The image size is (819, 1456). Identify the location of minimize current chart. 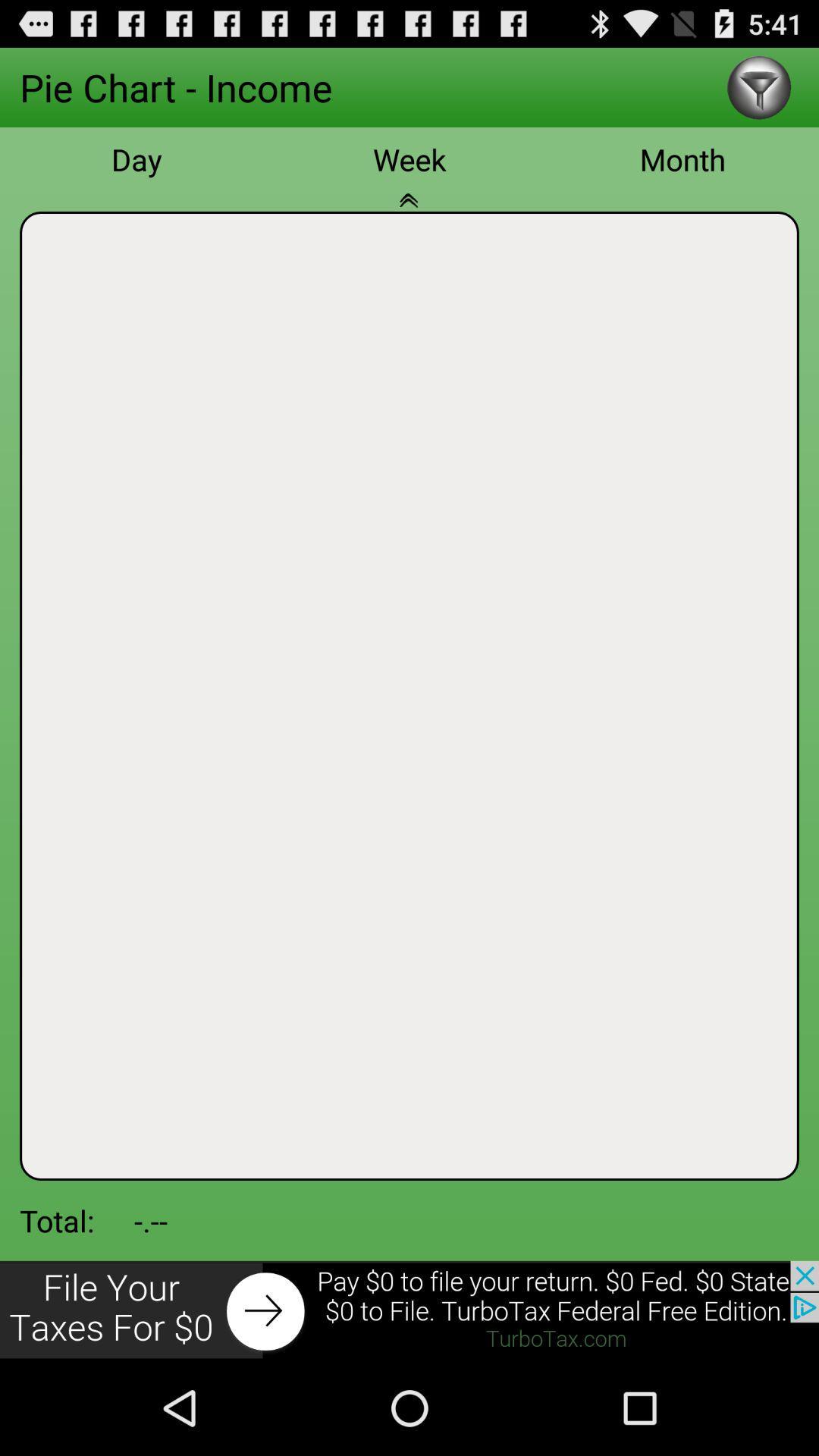
(409, 208).